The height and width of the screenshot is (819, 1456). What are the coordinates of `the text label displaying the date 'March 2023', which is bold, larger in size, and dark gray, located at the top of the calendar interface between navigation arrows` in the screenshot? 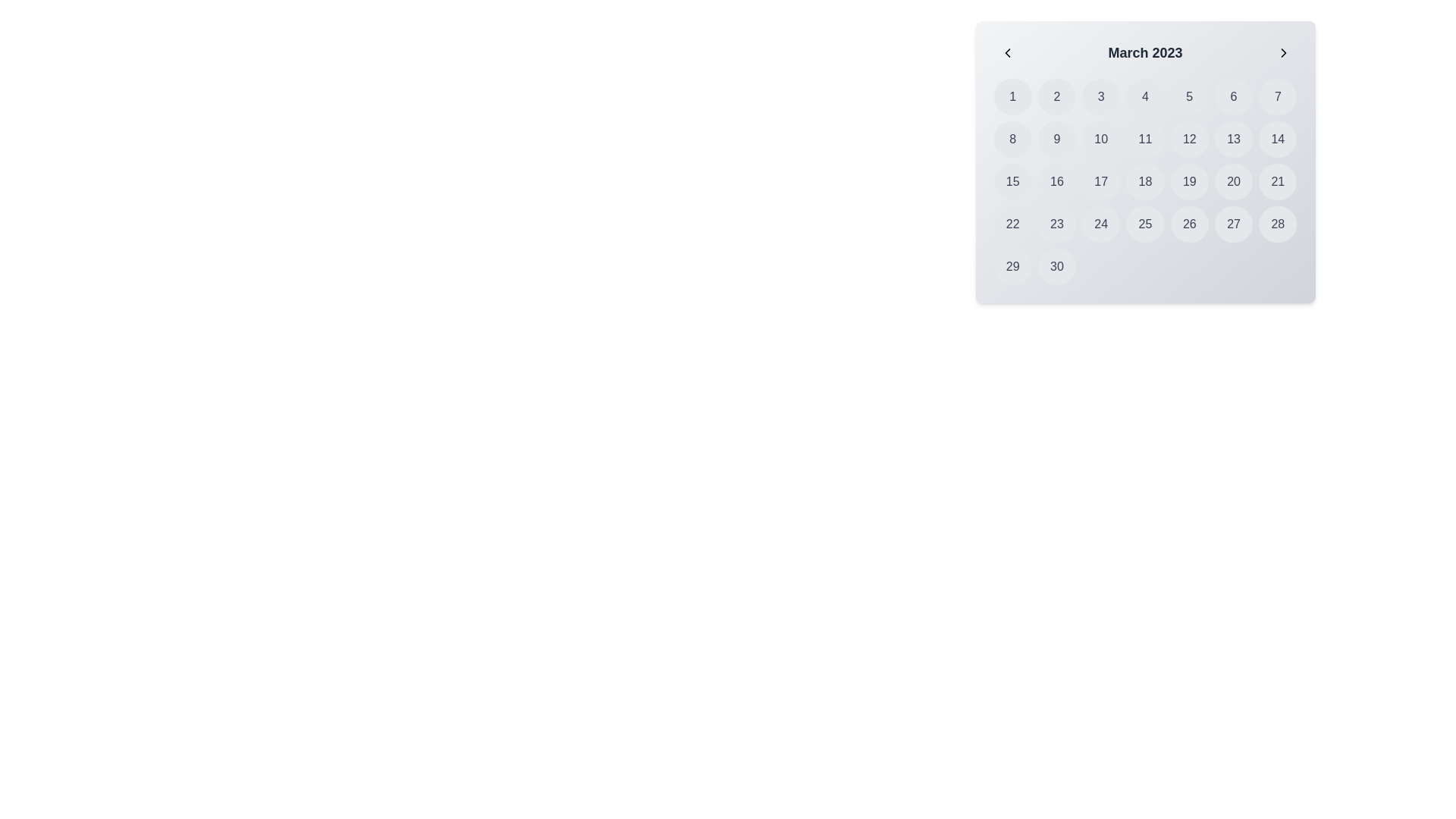 It's located at (1145, 52).